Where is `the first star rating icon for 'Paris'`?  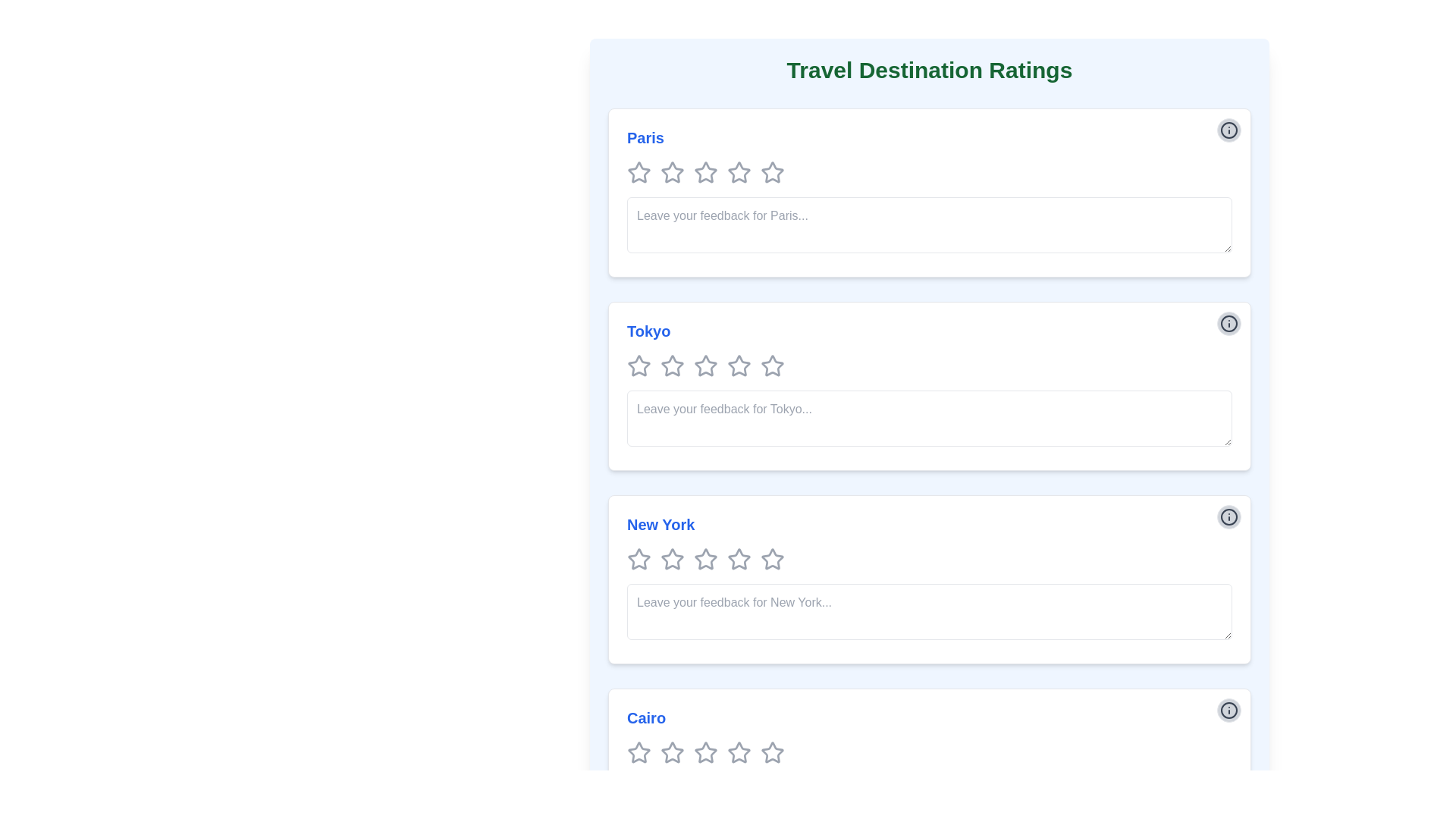 the first star rating icon for 'Paris' is located at coordinates (672, 171).